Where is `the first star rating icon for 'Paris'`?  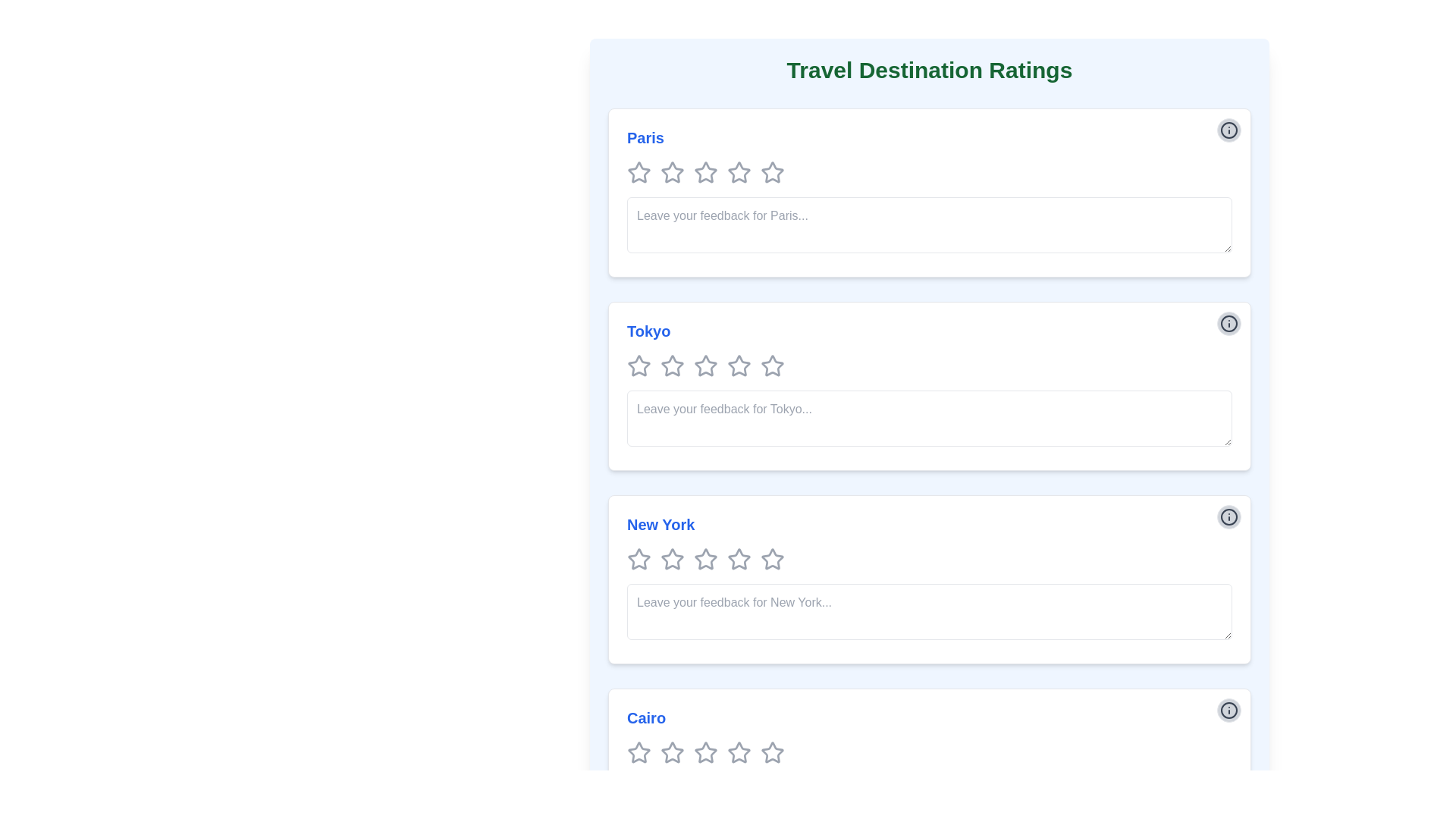 the first star rating icon for 'Paris' is located at coordinates (672, 171).